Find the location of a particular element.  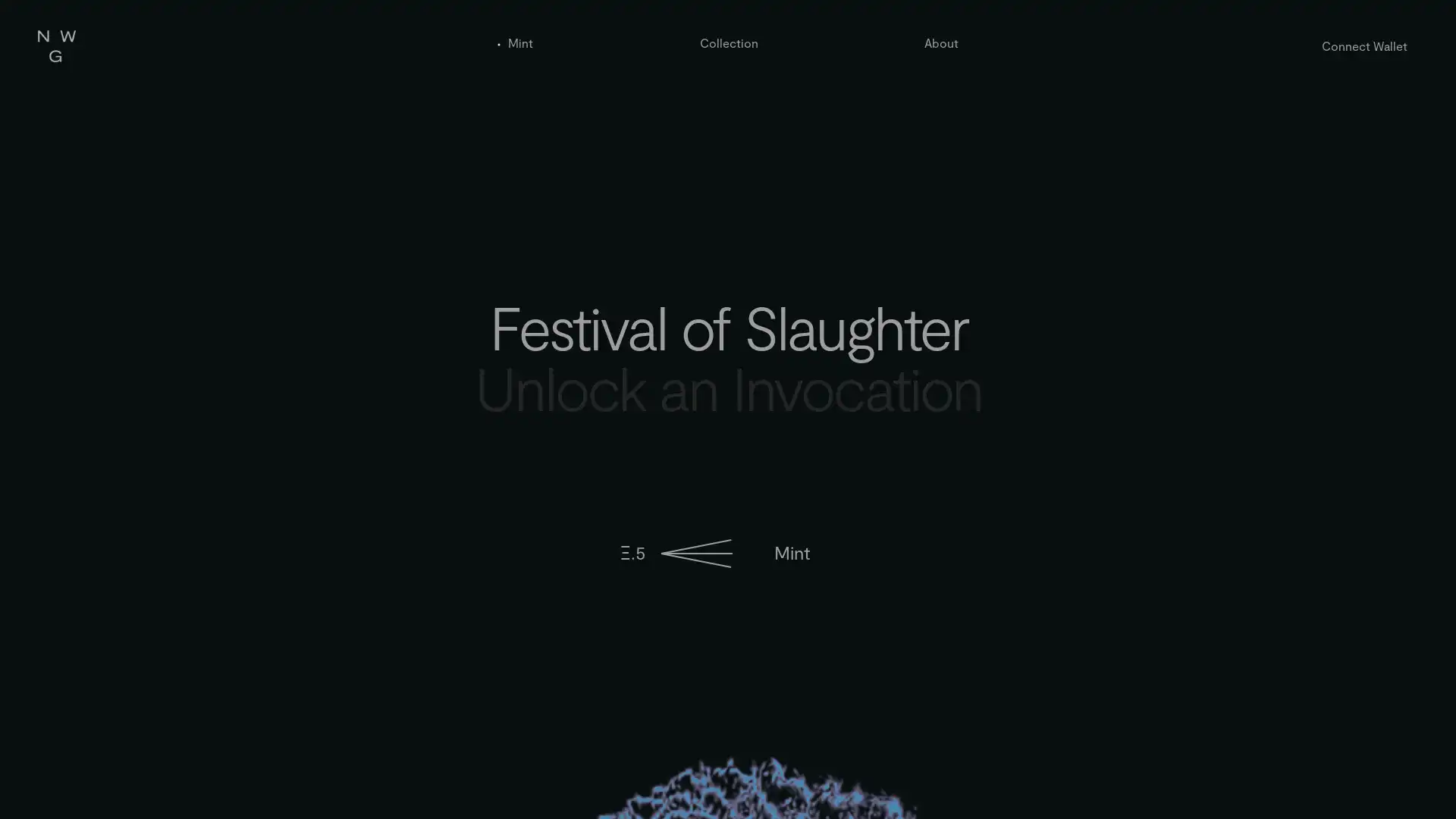

Connect Wallet is located at coordinates (1364, 45).